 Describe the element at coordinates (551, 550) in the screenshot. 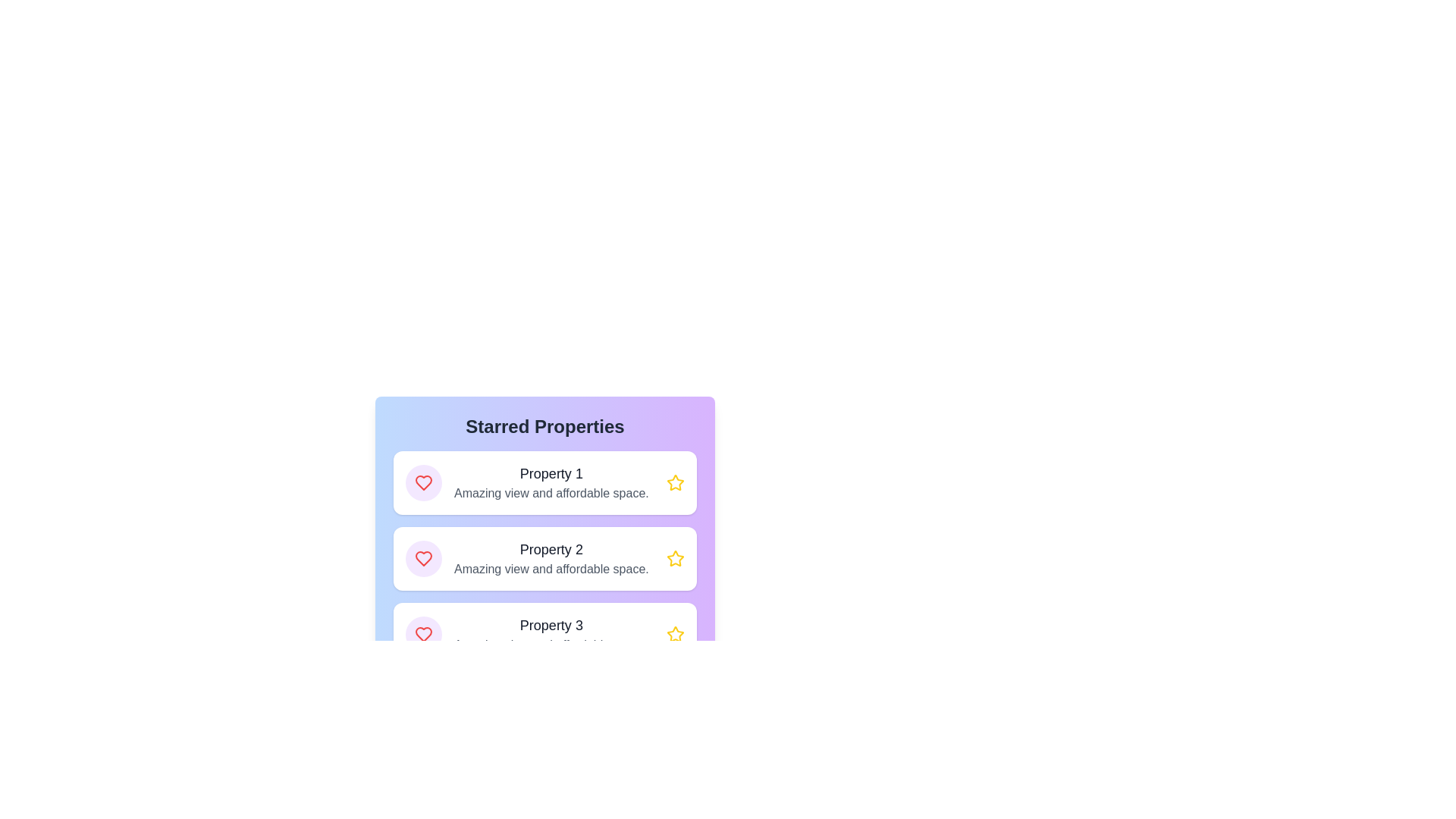

I see `text of the 'Property 2' label, which is a dark gray textual label styled with a larger font size, located in the second property card within the 'Starred Properties' section` at that location.